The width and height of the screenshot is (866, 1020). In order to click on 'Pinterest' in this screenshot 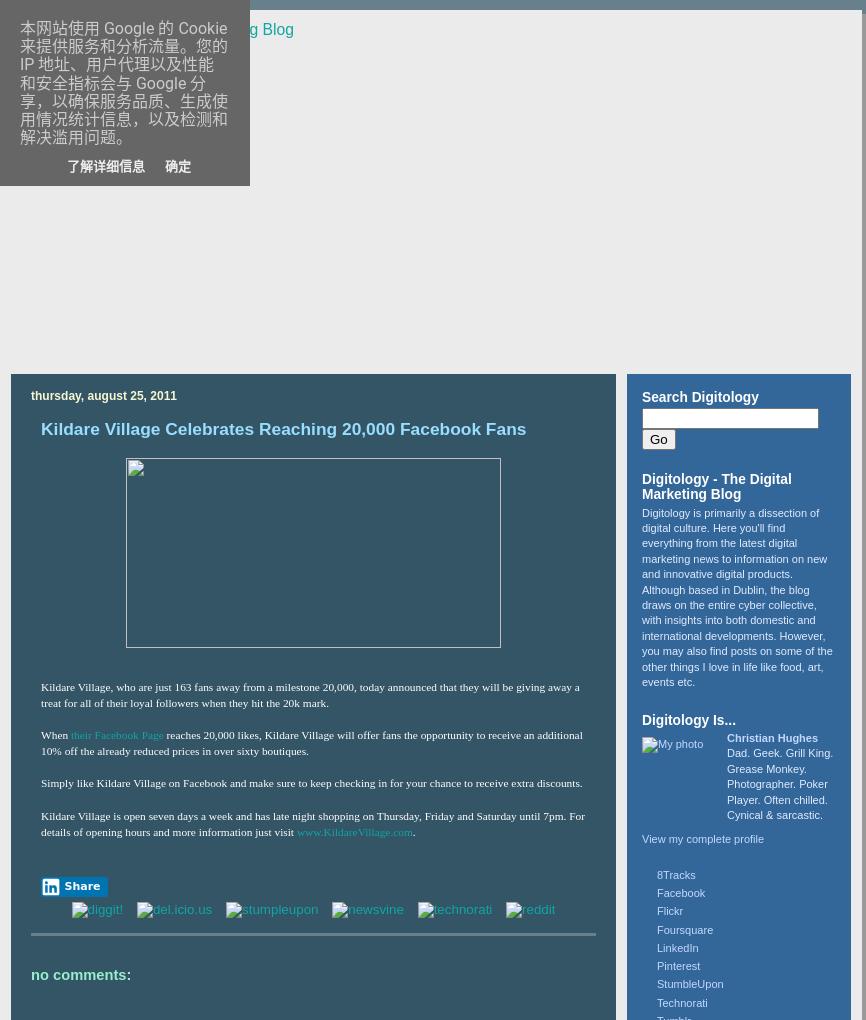, I will do `click(677, 965)`.